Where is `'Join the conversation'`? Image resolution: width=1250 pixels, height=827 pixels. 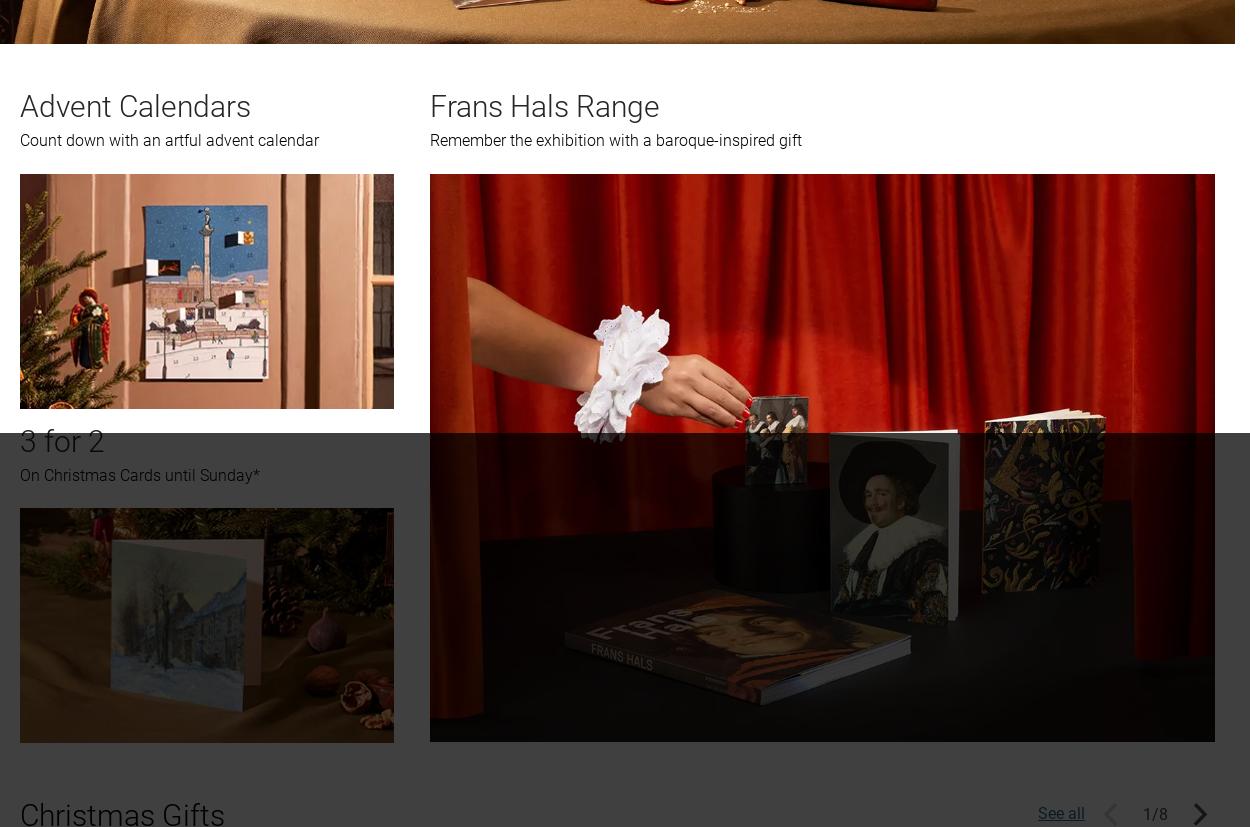
'Join the conversation' is located at coordinates (111, 757).